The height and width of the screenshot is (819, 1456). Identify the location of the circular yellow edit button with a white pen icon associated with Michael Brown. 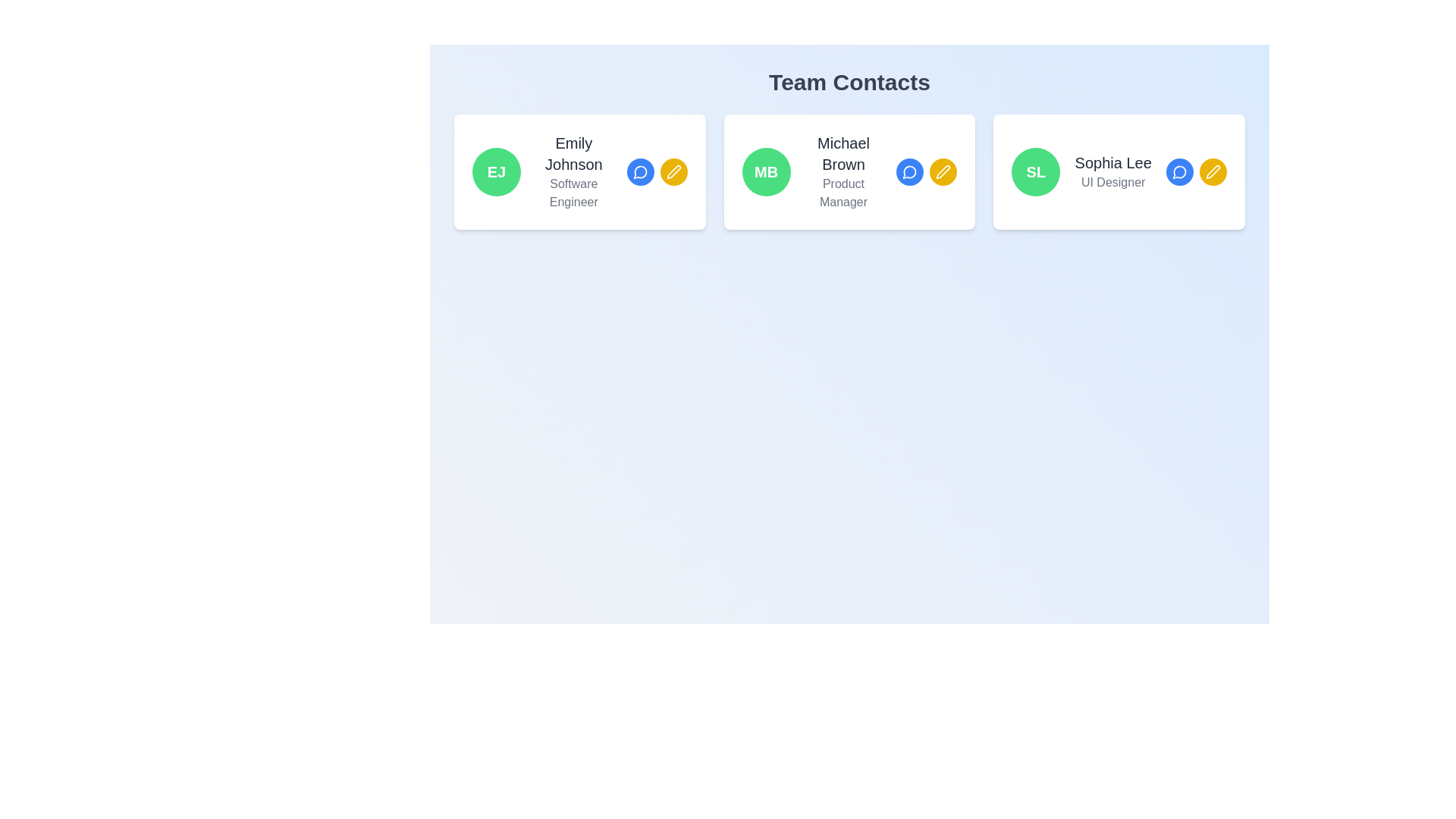
(943, 171).